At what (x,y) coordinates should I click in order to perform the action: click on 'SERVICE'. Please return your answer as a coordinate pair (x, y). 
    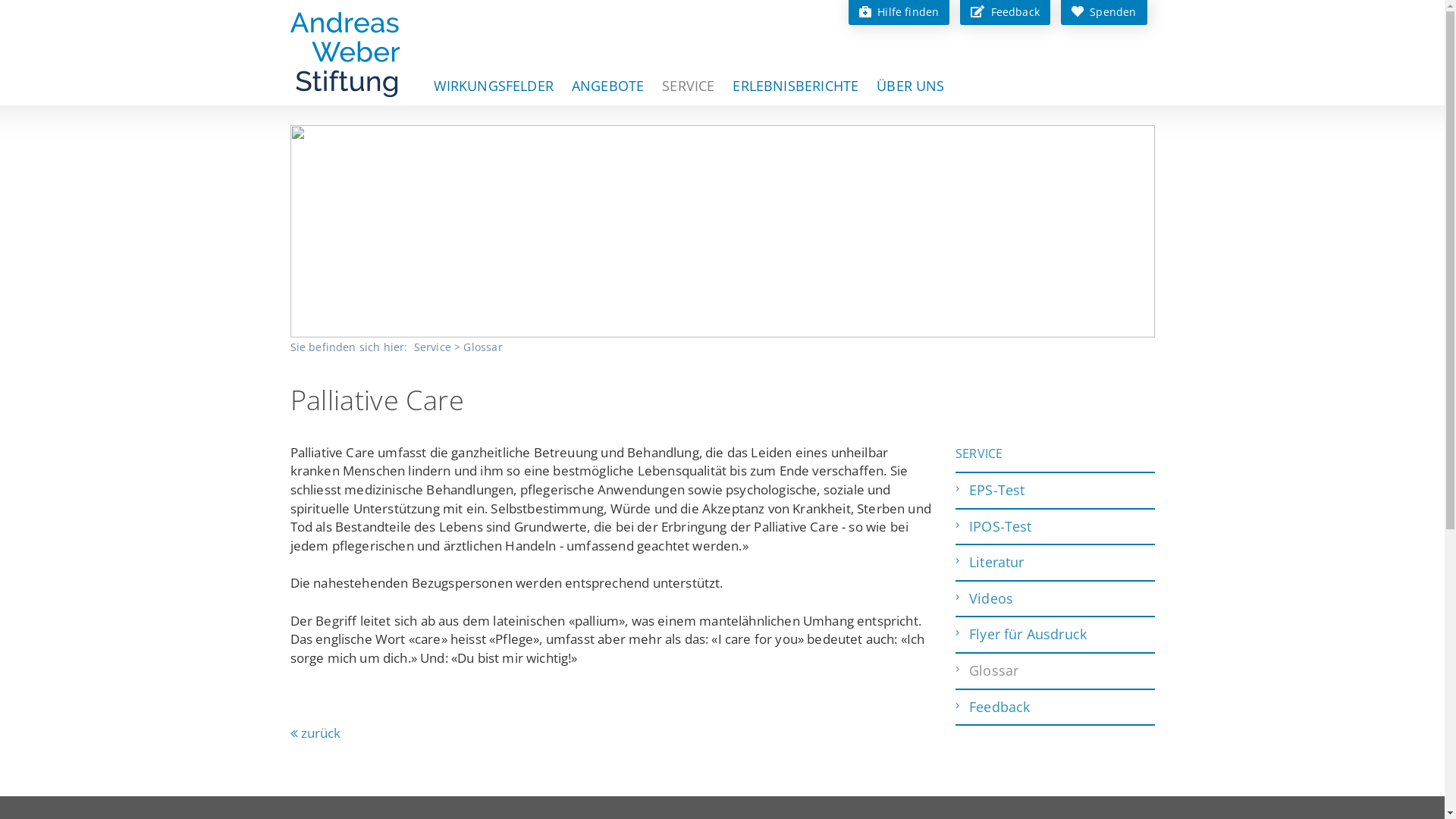
    Looking at the image, I should click on (979, 452).